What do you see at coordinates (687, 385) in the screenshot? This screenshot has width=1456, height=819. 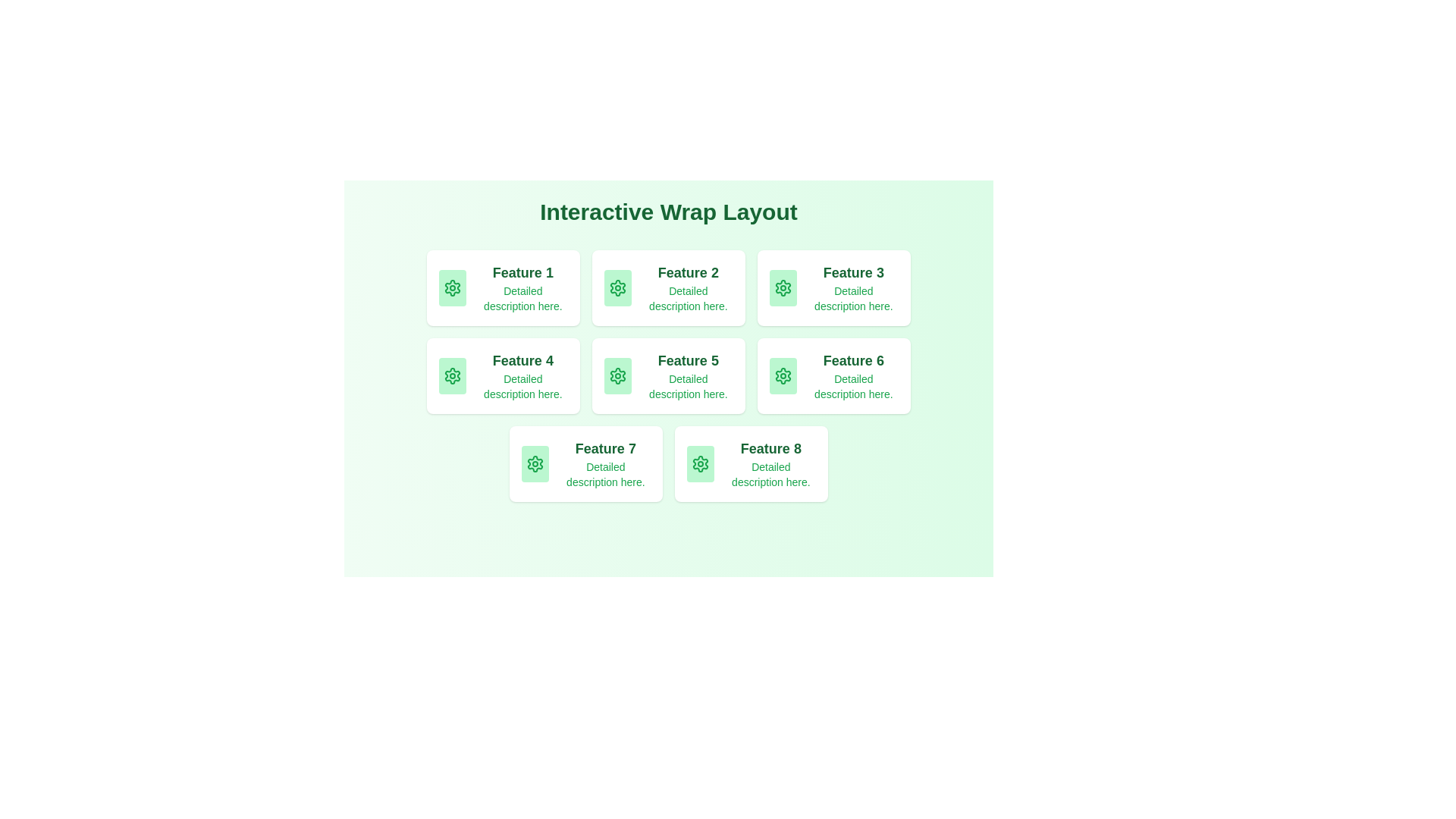 I see `the descriptive text element located beneath the title 'Feature 5' in the card labeled 'Feature 5', which is part of a double-text layout` at bounding box center [687, 385].